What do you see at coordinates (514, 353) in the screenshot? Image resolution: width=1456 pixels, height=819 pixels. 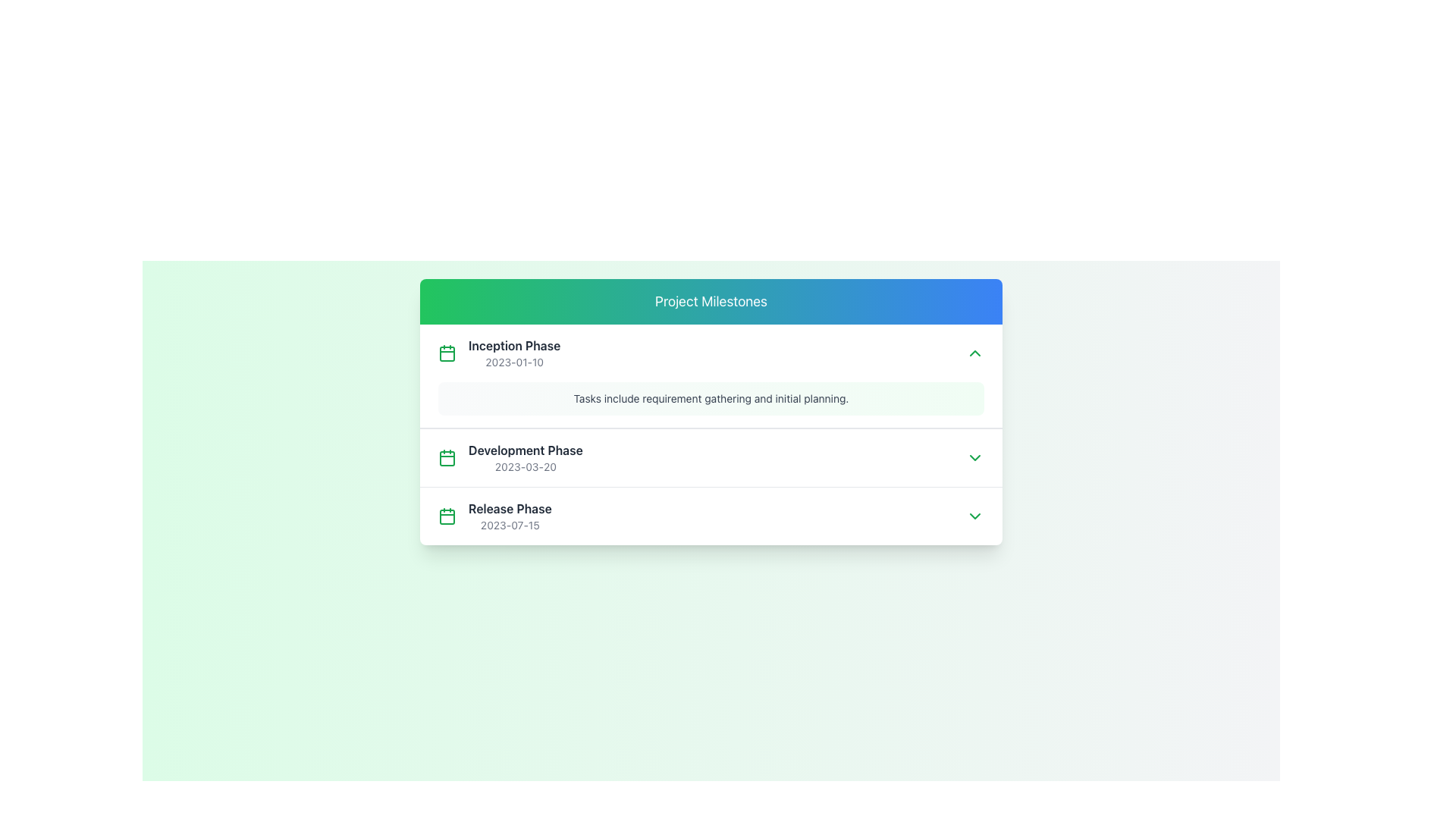 I see `the Text Label displaying 'Inception Phase' and its date '2023-01-10', which is the first milestone under the 'Project Milestones' heading` at bounding box center [514, 353].